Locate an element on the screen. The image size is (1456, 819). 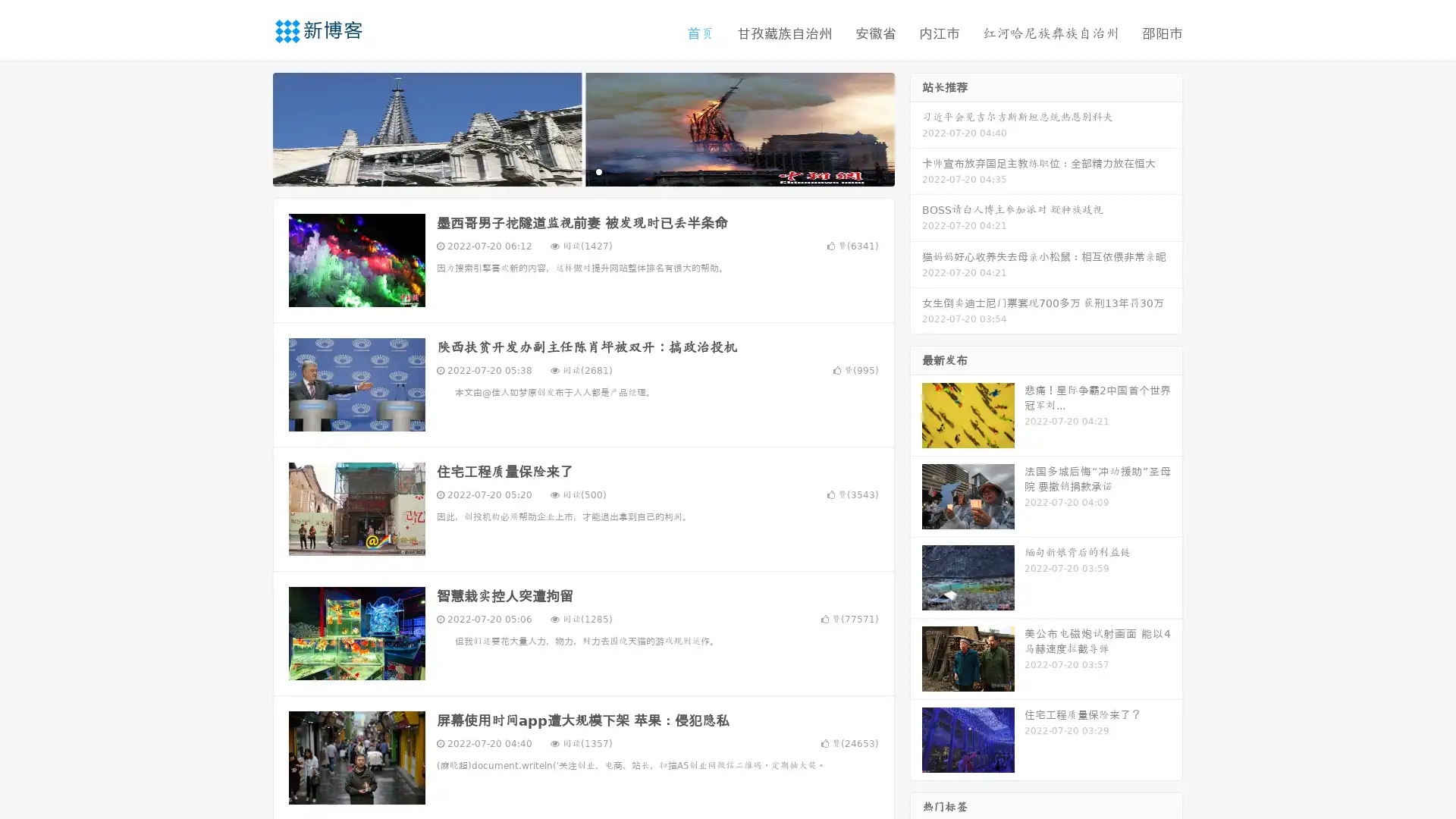
Next slide is located at coordinates (916, 127).